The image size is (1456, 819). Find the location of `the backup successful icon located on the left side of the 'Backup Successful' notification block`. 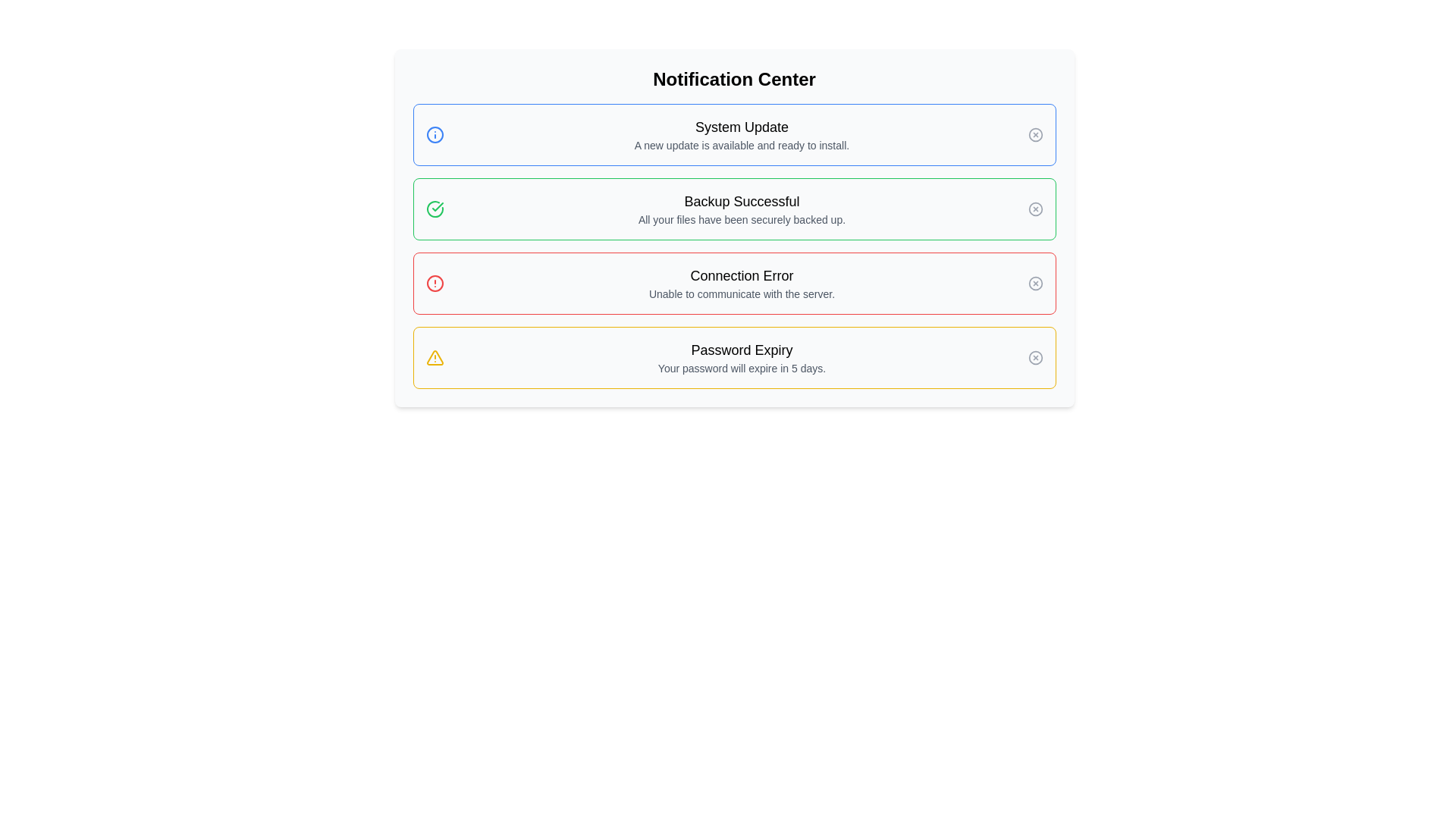

the backup successful icon located on the left side of the 'Backup Successful' notification block is located at coordinates (434, 209).